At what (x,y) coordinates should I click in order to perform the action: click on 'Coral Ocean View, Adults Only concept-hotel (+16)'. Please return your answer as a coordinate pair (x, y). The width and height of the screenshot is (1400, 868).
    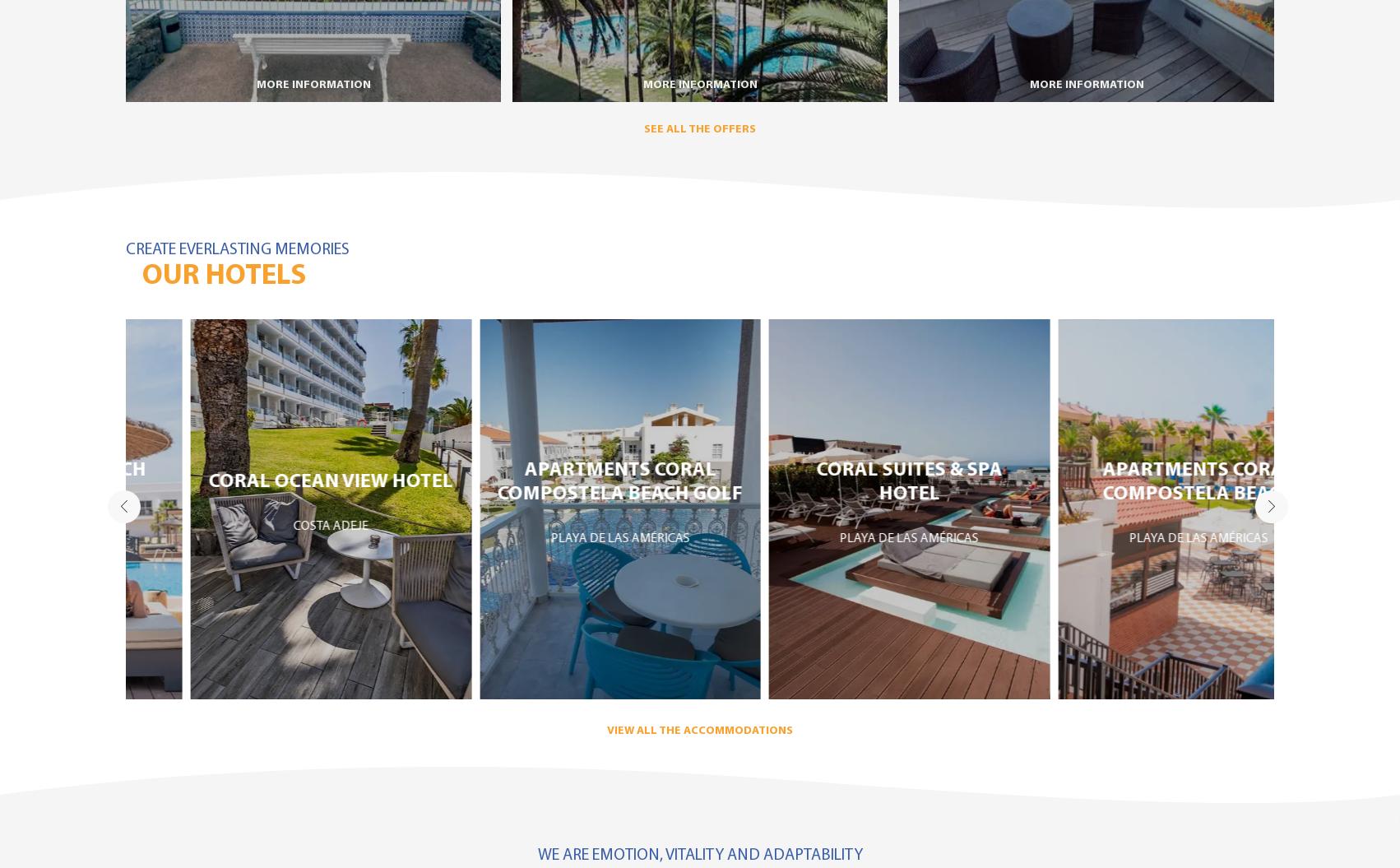
    Looking at the image, I should click on (265, 564).